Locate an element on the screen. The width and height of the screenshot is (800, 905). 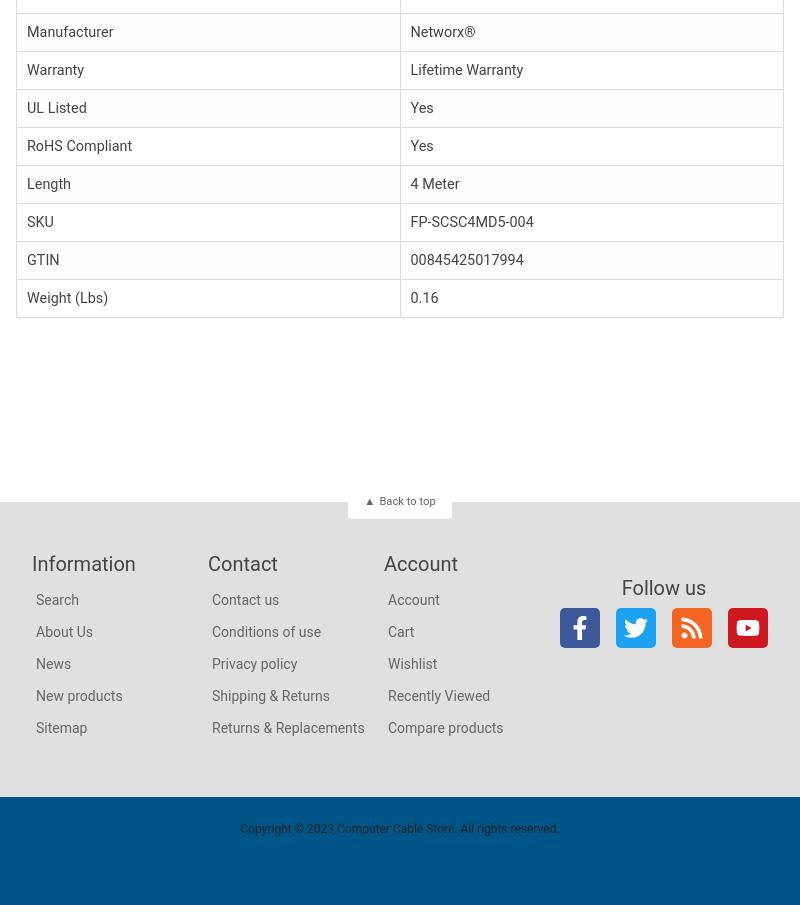
'Weight (Lbs)' is located at coordinates (67, 297).